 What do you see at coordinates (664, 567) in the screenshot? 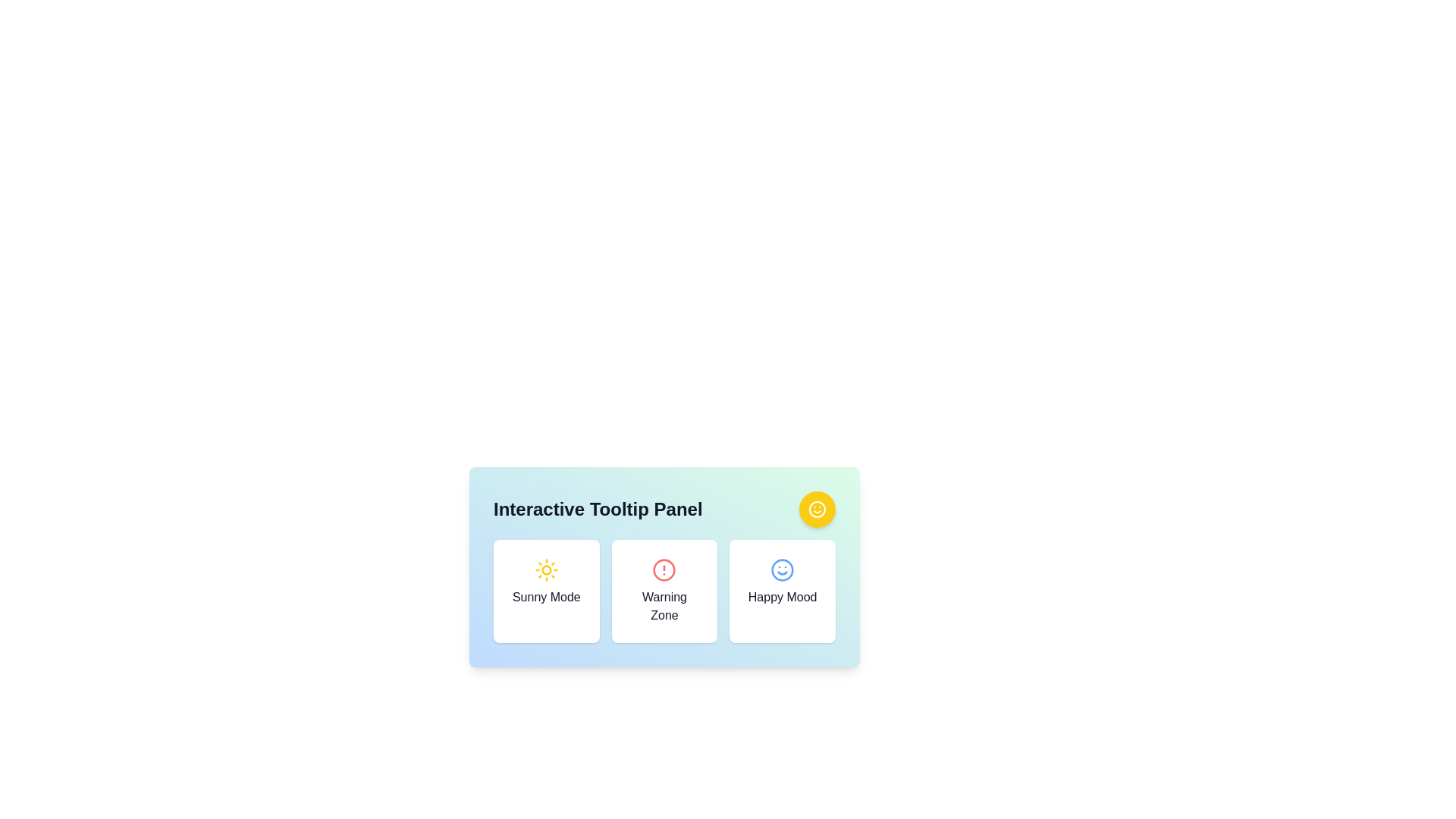
I see `the 'Interactive Tooltip Panel'` at bounding box center [664, 567].